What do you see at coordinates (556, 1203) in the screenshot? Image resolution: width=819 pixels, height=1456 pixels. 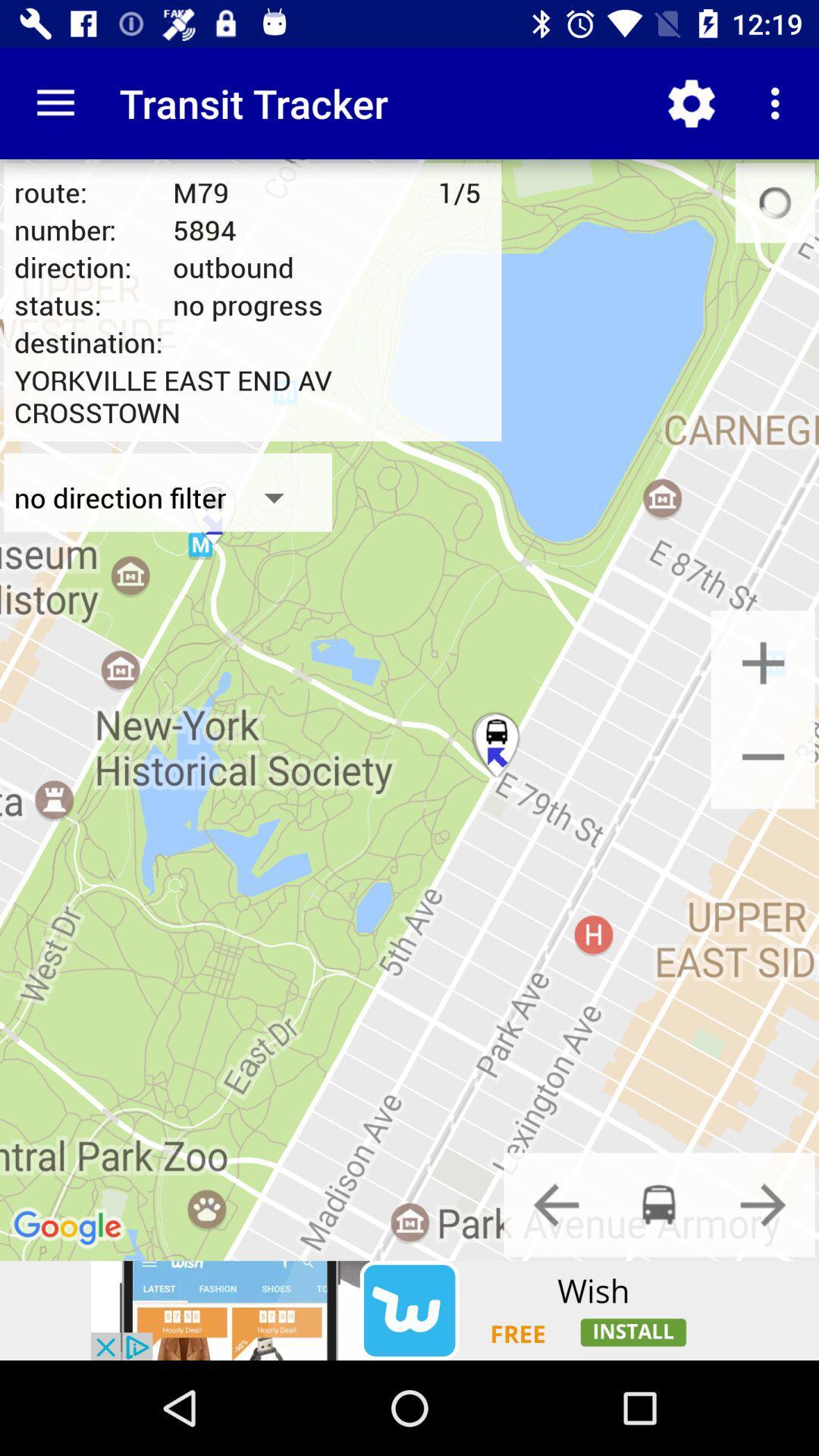 I see `the arrow_backward icon` at bounding box center [556, 1203].